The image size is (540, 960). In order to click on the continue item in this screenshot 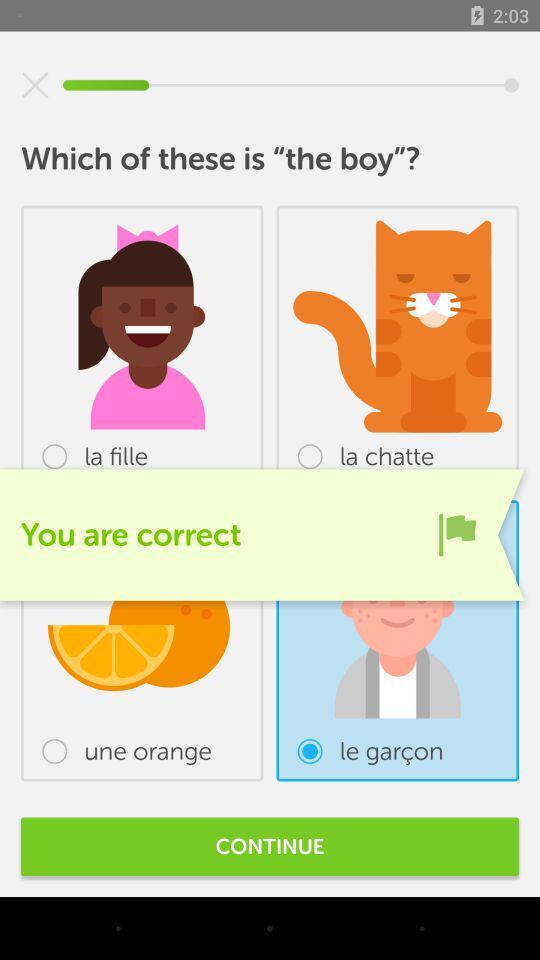, I will do `click(270, 845)`.